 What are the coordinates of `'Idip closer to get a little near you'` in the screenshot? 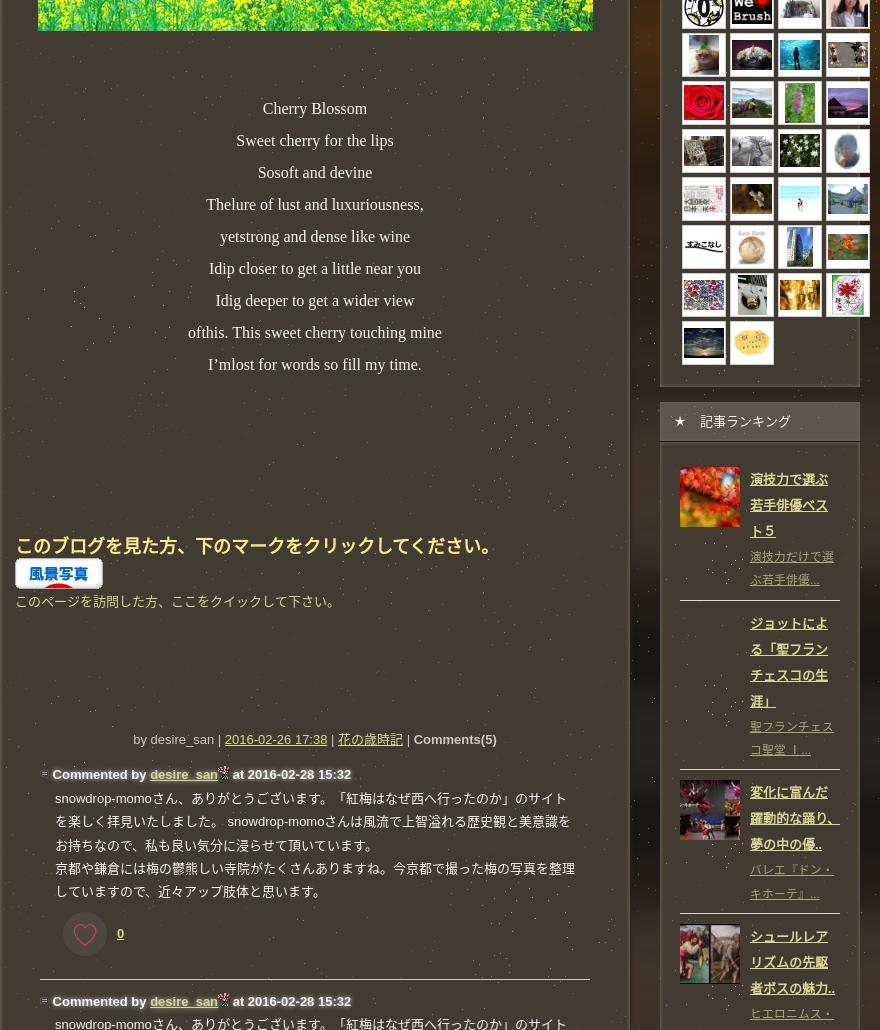 It's located at (209, 266).